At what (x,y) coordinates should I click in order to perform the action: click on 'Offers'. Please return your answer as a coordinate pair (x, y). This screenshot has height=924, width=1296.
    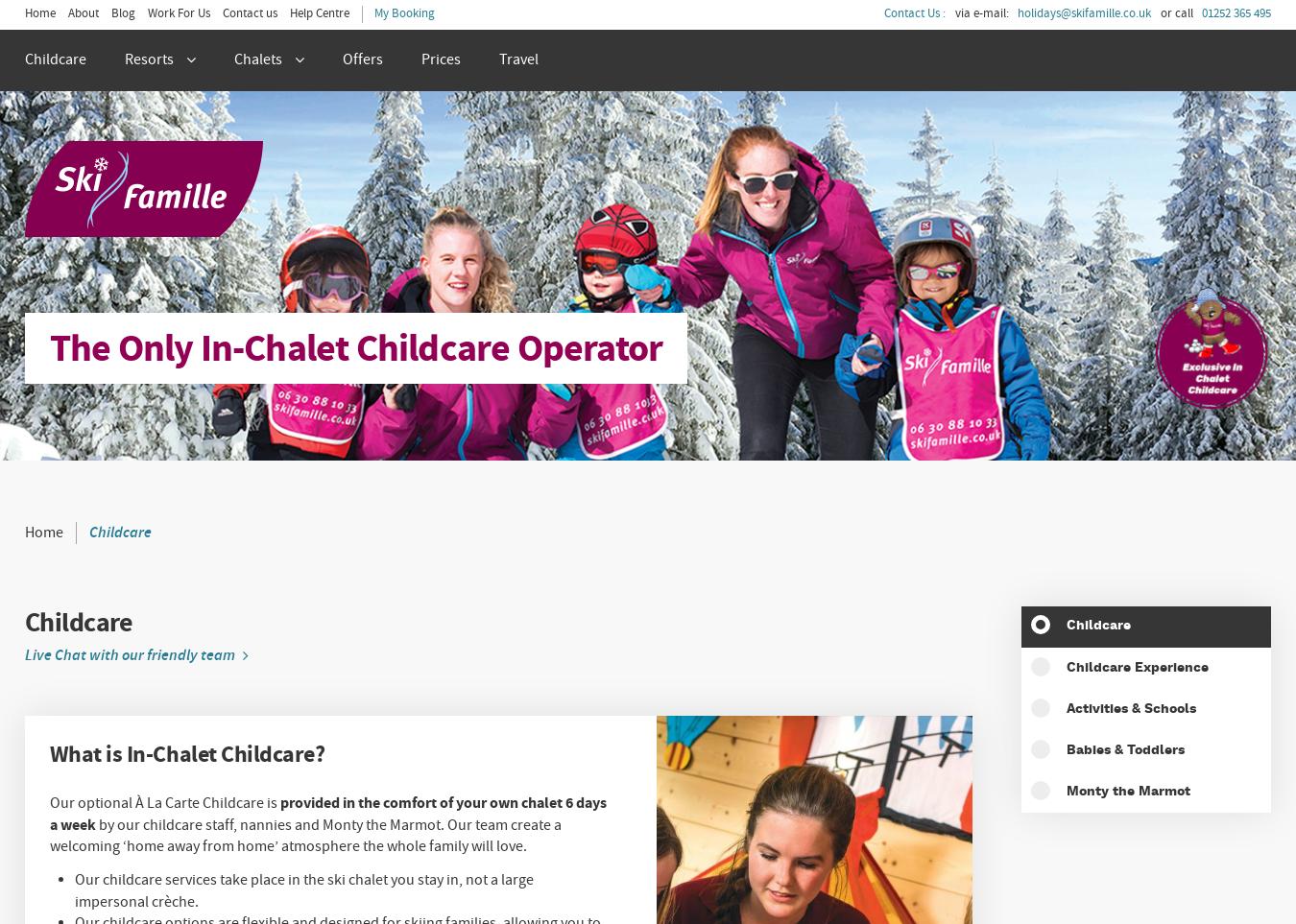
    Looking at the image, I should click on (341, 58).